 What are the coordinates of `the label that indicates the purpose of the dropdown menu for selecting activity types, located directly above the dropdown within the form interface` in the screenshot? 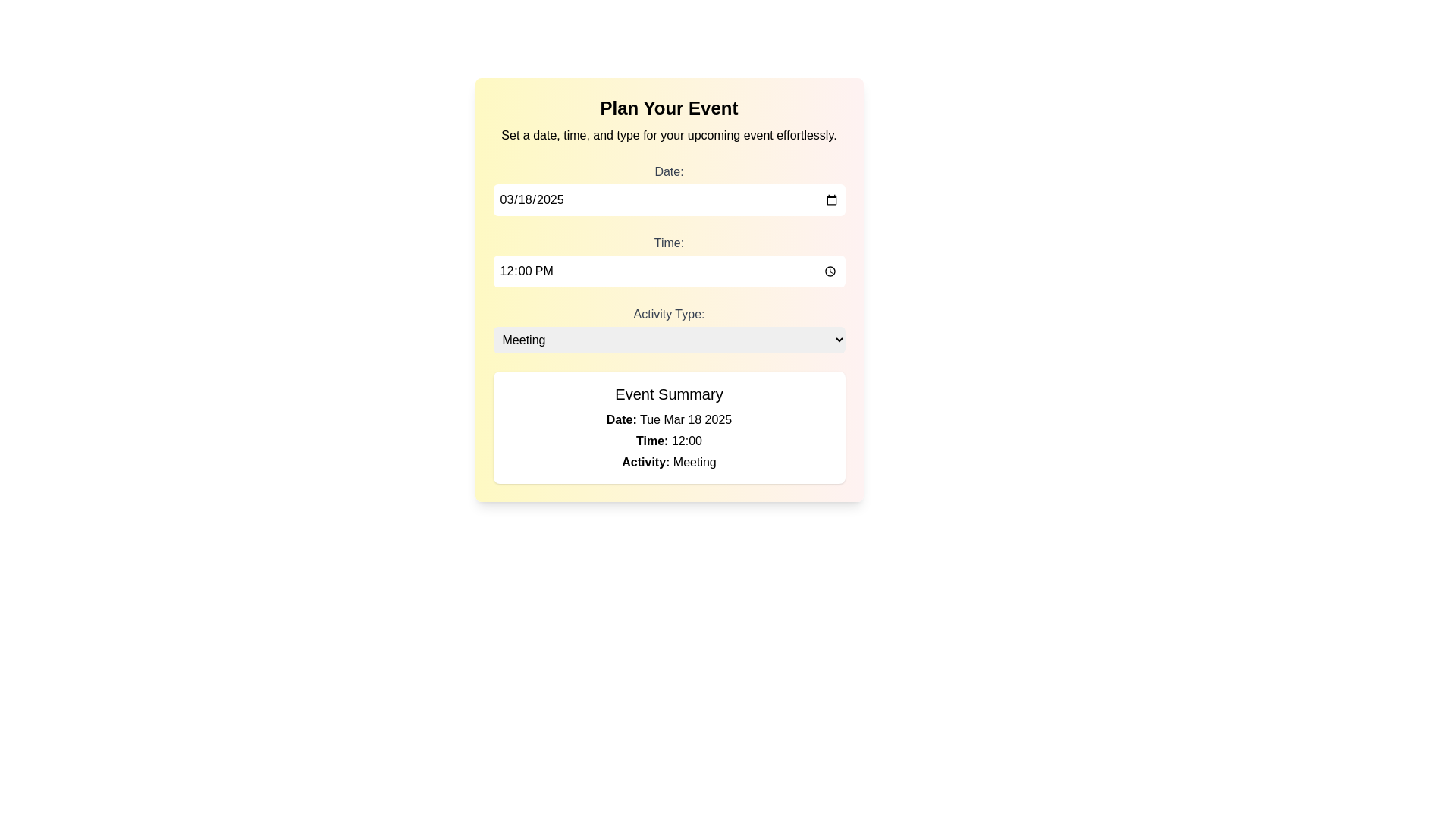 It's located at (668, 313).